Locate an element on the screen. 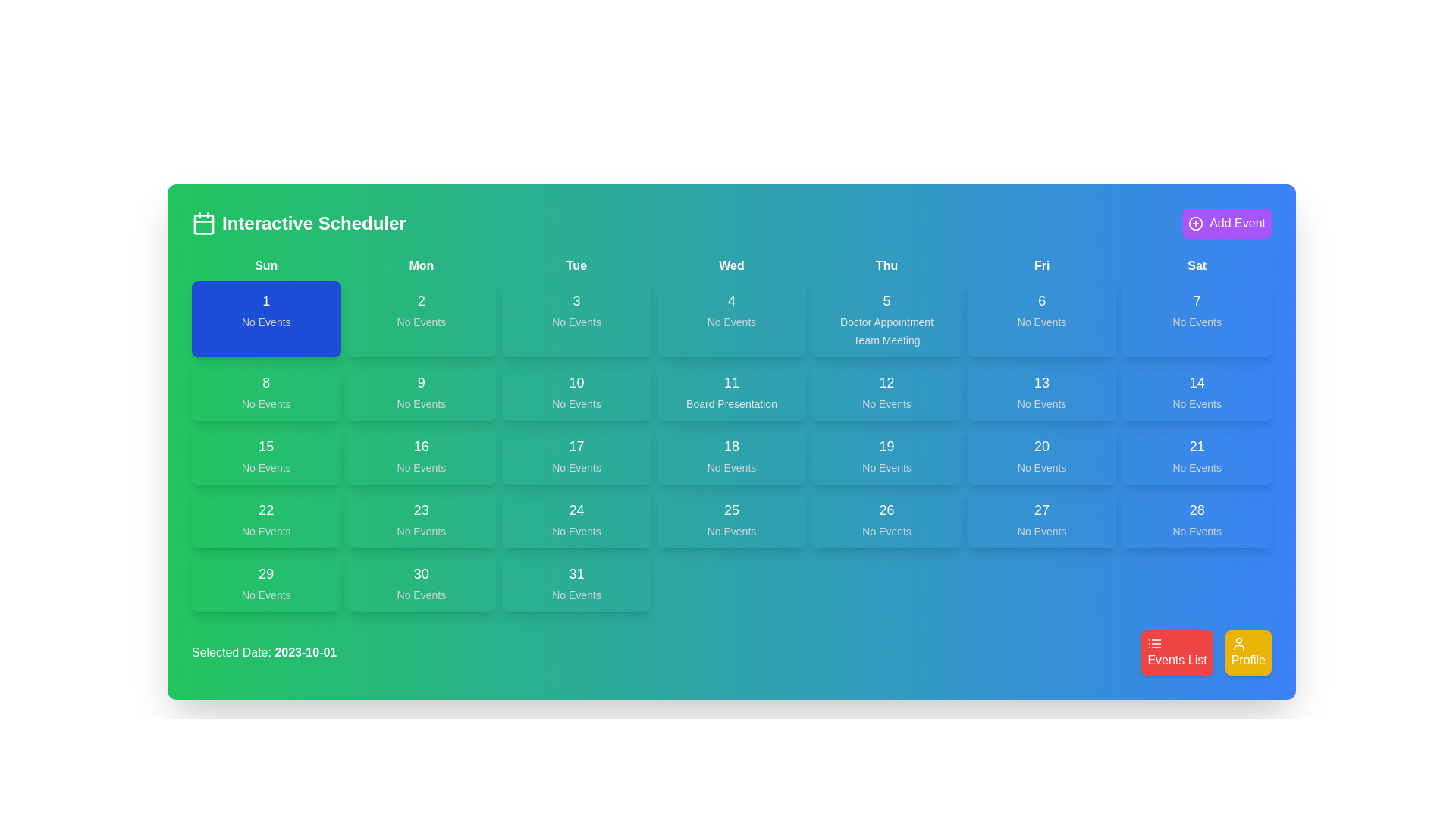  the static text representing the date '13' in the calendar view, which is located in the sixth box of the second row is located at coordinates (1041, 382).